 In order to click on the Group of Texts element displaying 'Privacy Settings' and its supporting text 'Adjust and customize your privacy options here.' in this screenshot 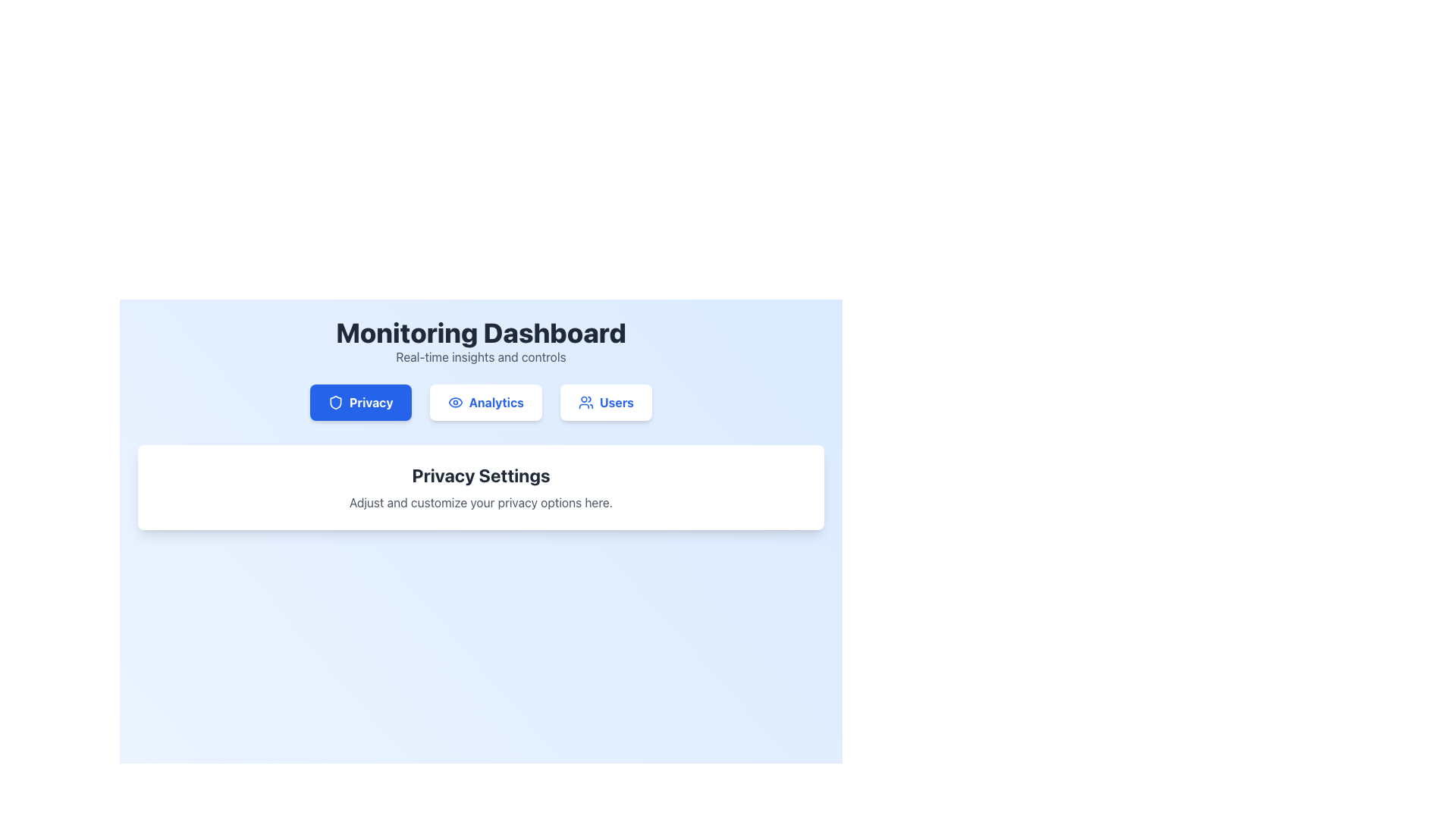, I will do `click(480, 488)`.